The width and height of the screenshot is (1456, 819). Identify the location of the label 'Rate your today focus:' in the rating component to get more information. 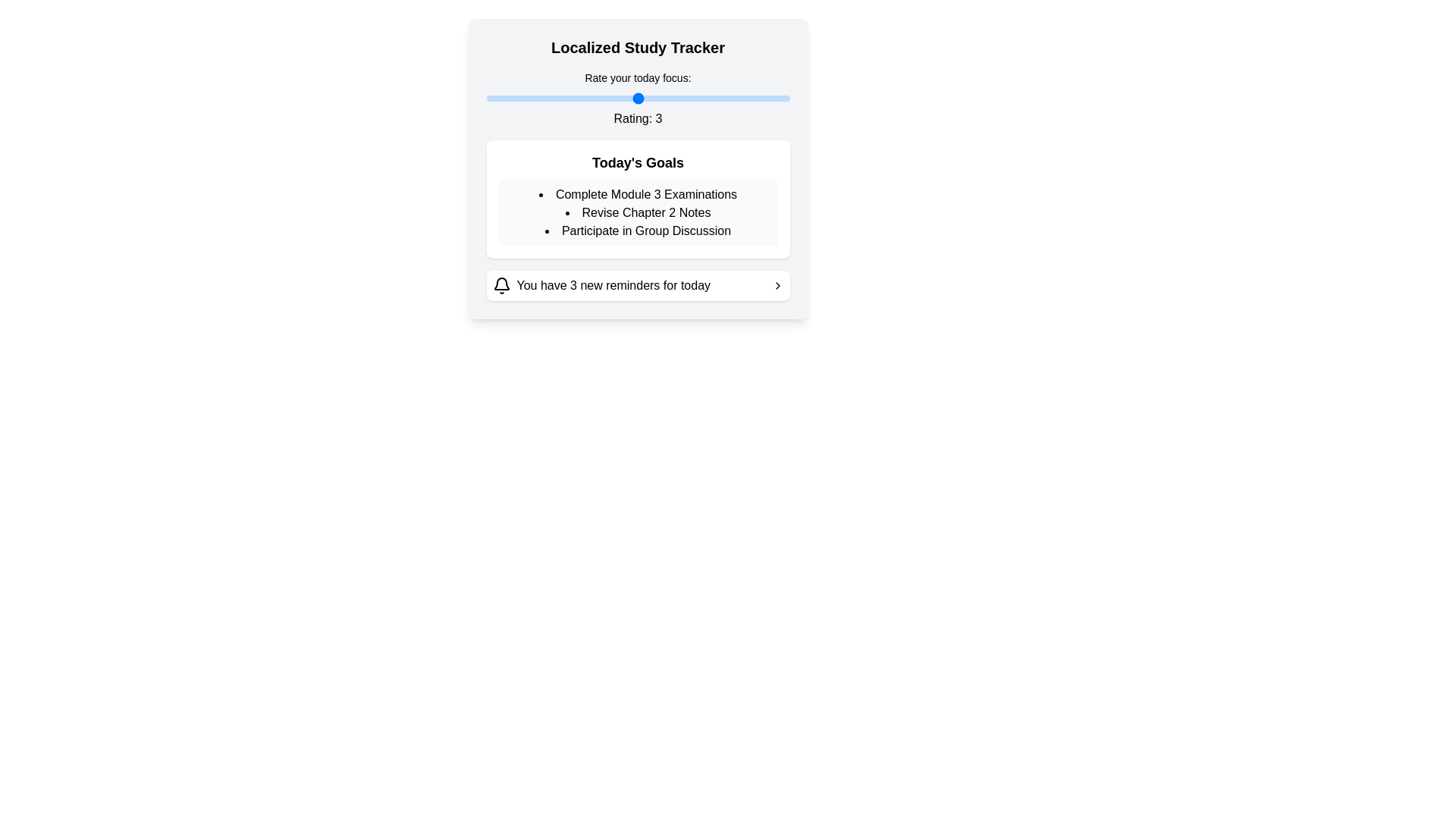
(638, 99).